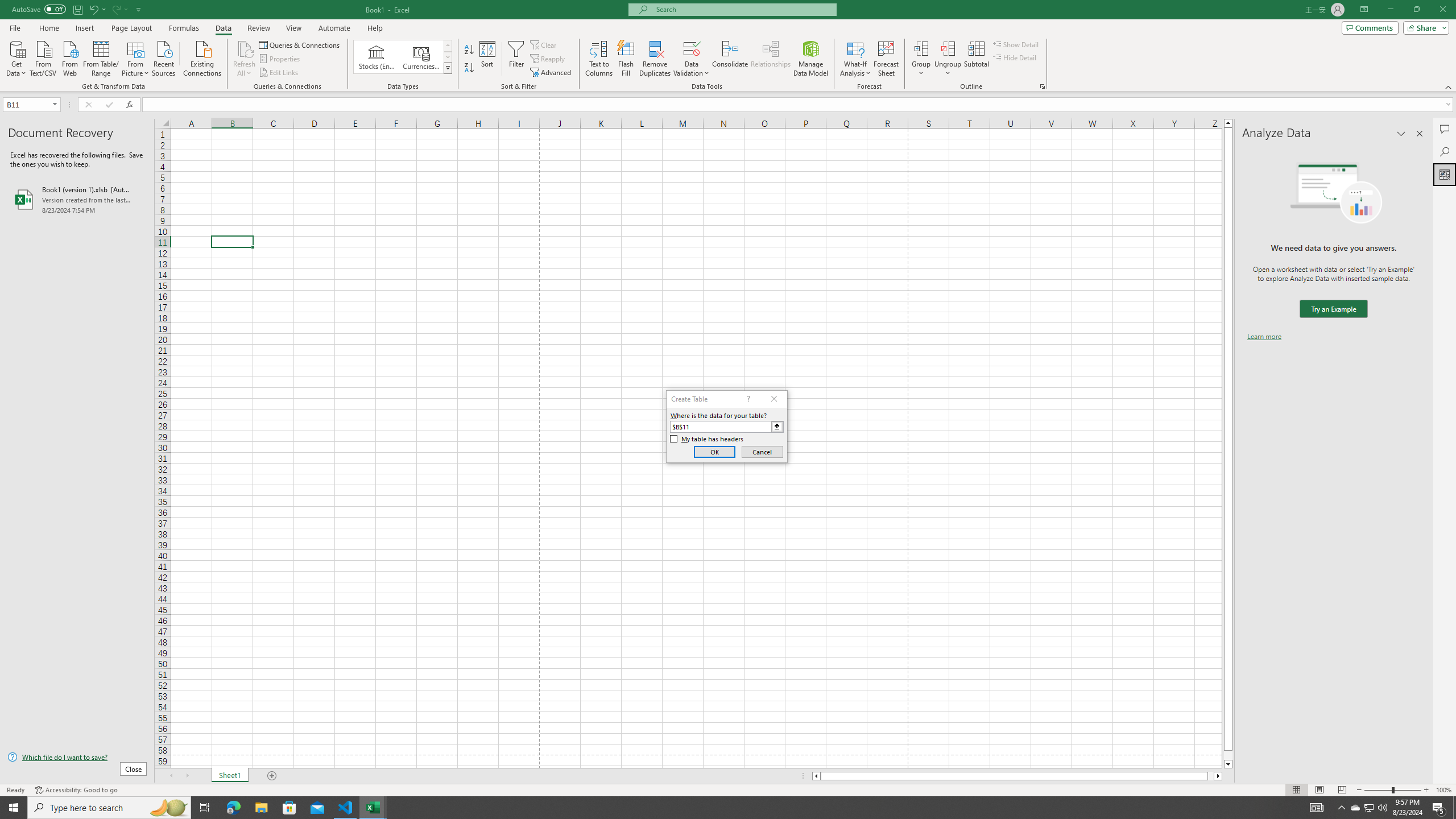 This screenshot has height=819, width=1456. I want to click on 'Consolidate...', so click(730, 59).